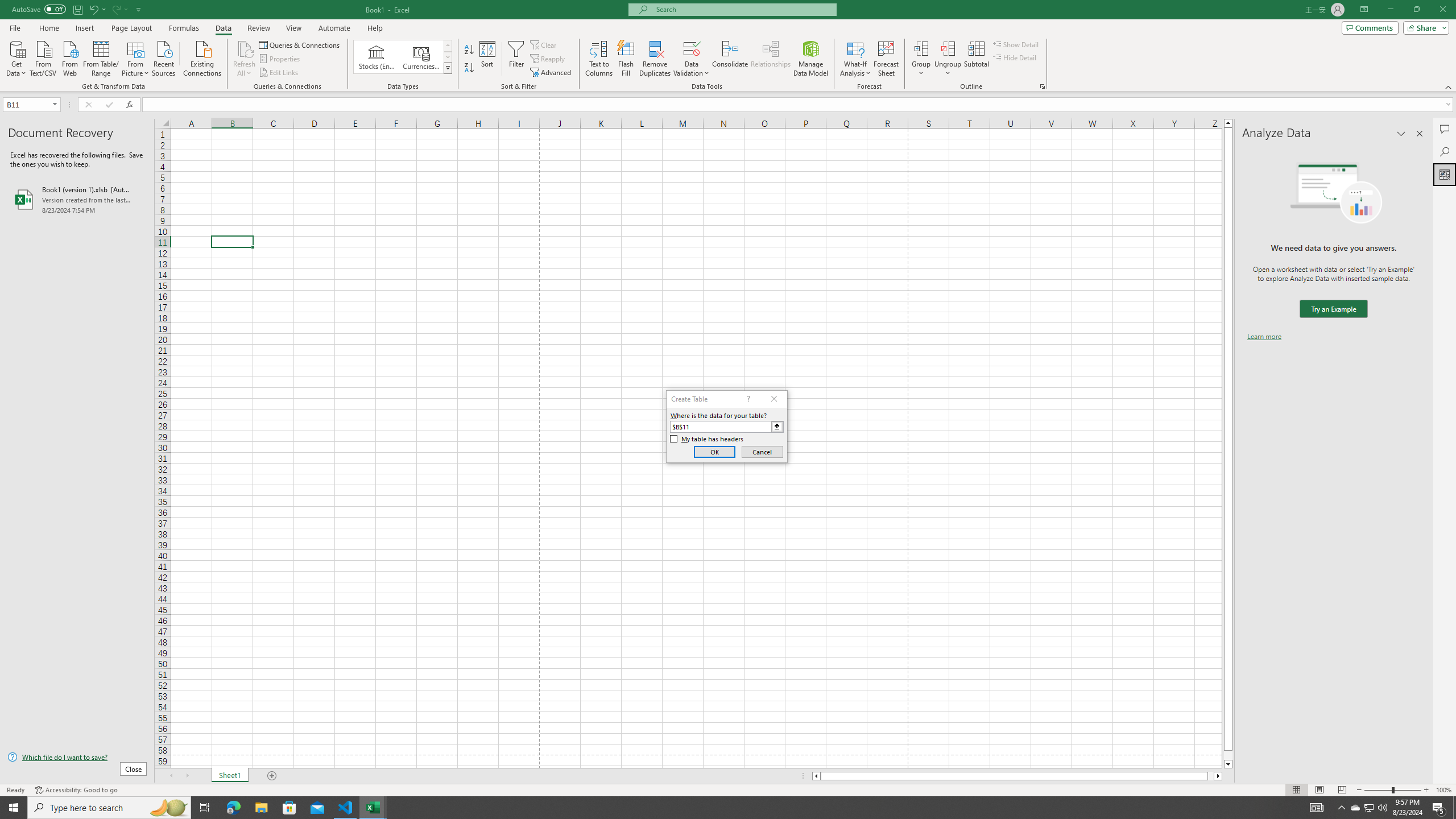 This screenshot has height=819, width=1456. I want to click on 'Consolidate...', so click(730, 59).